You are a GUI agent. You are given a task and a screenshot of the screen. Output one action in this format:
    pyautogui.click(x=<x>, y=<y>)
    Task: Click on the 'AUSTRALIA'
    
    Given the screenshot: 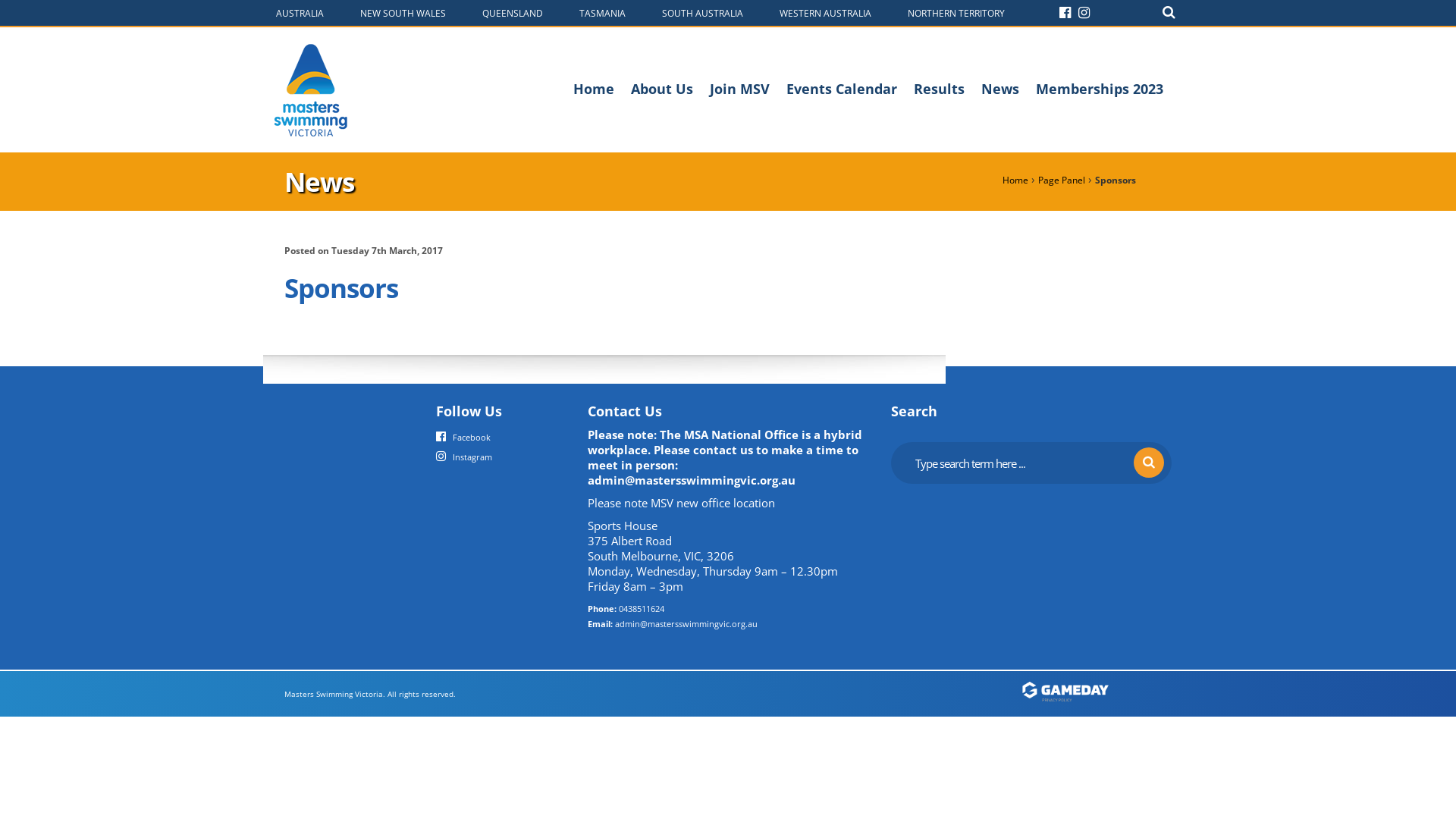 What is the action you would take?
    pyautogui.click(x=273, y=11)
    